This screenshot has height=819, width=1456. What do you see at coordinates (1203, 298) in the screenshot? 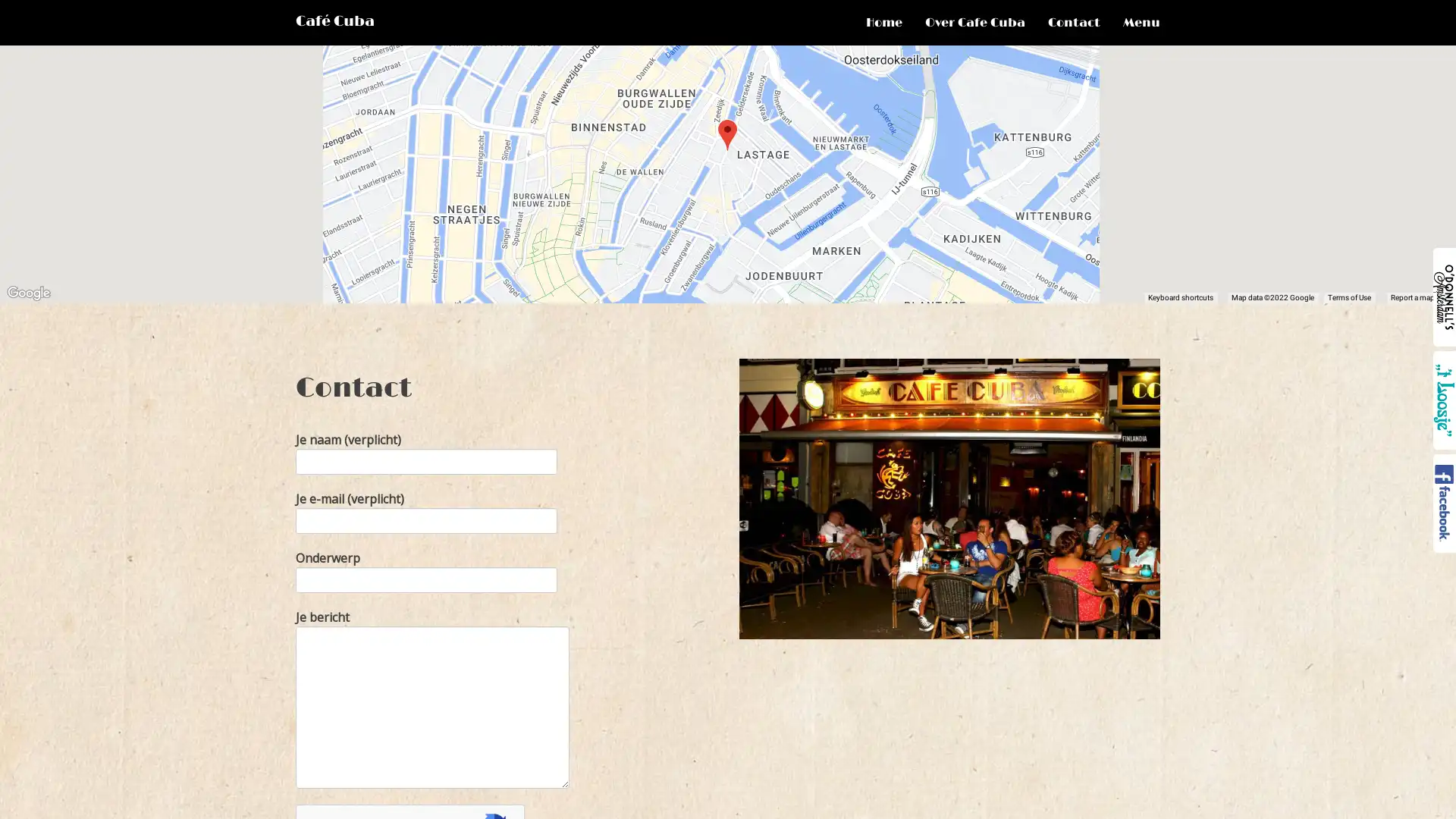
I see `Keyboard shortcuts` at bounding box center [1203, 298].